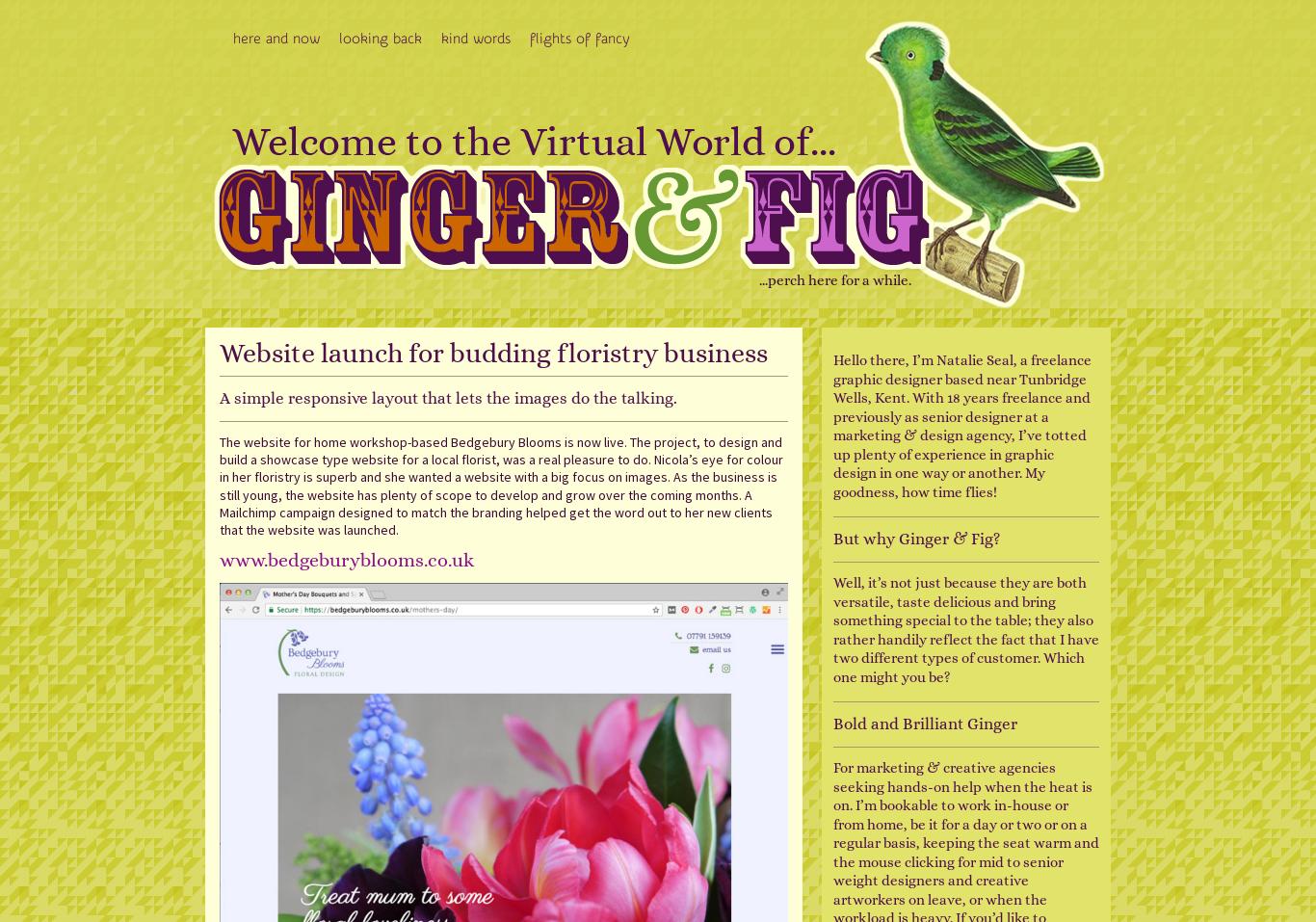 This screenshot has width=1316, height=922. What do you see at coordinates (345, 559) in the screenshot?
I see `'www.bedgeburyblooms.co.uk'` at bounding box center [345, 559].